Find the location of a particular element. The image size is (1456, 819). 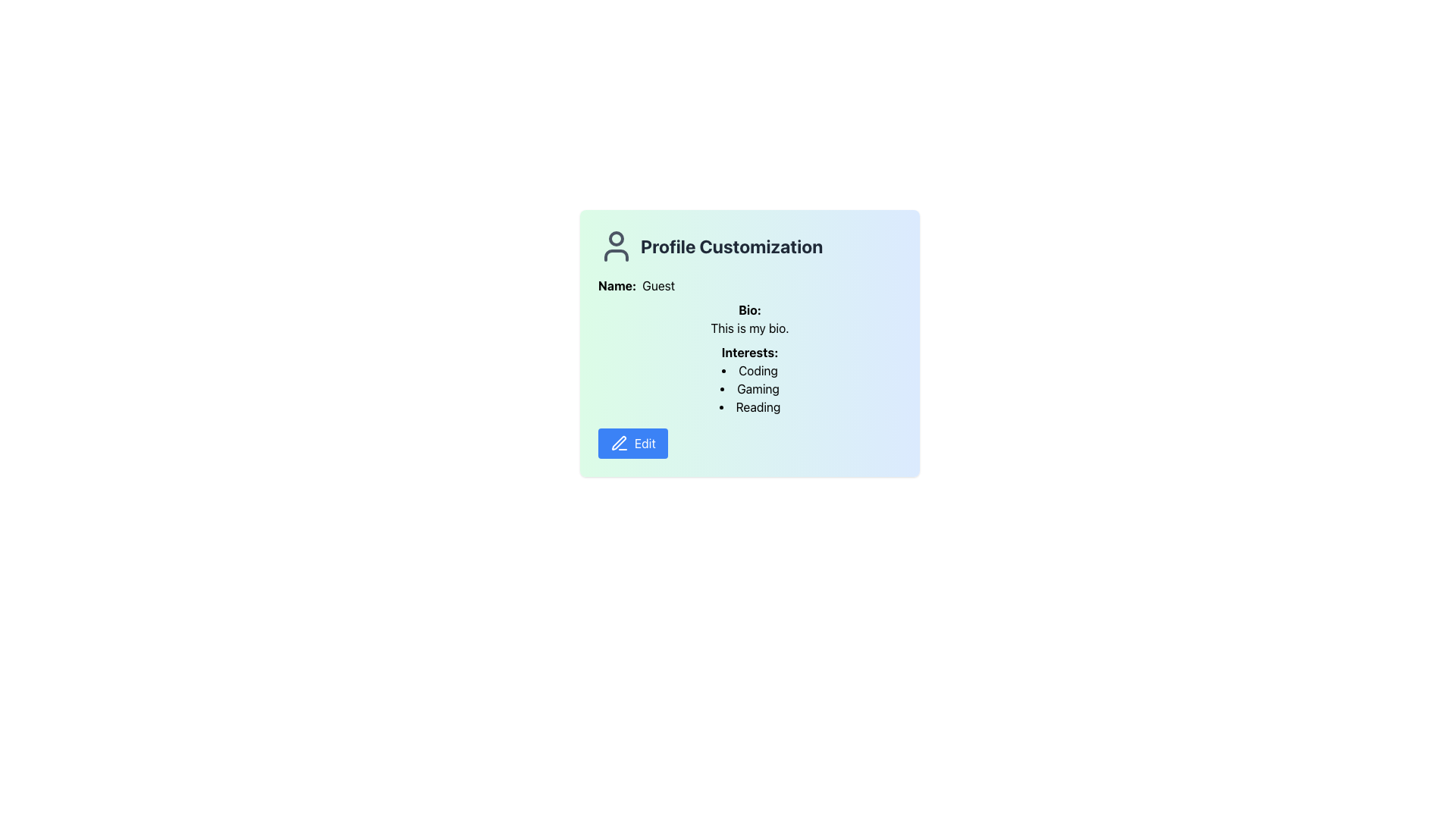

the edit icon located in the blue button at the bottom-left corner of the profile customization card, which symbolizes the action of editing profile information is located at coordinates (619, 443).